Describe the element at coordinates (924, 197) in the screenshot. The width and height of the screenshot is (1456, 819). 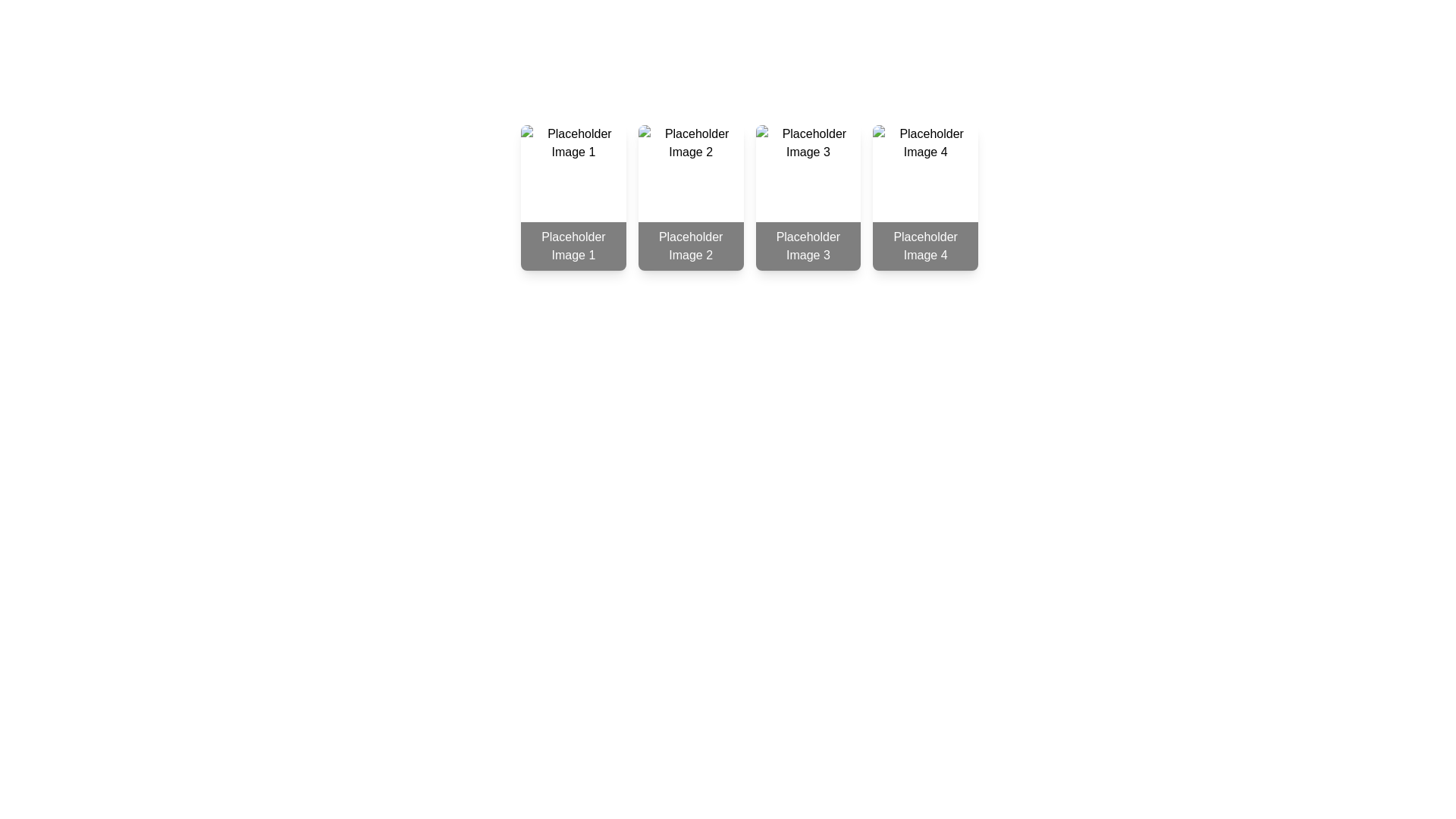
I see `the fourth Image Card` at that location.